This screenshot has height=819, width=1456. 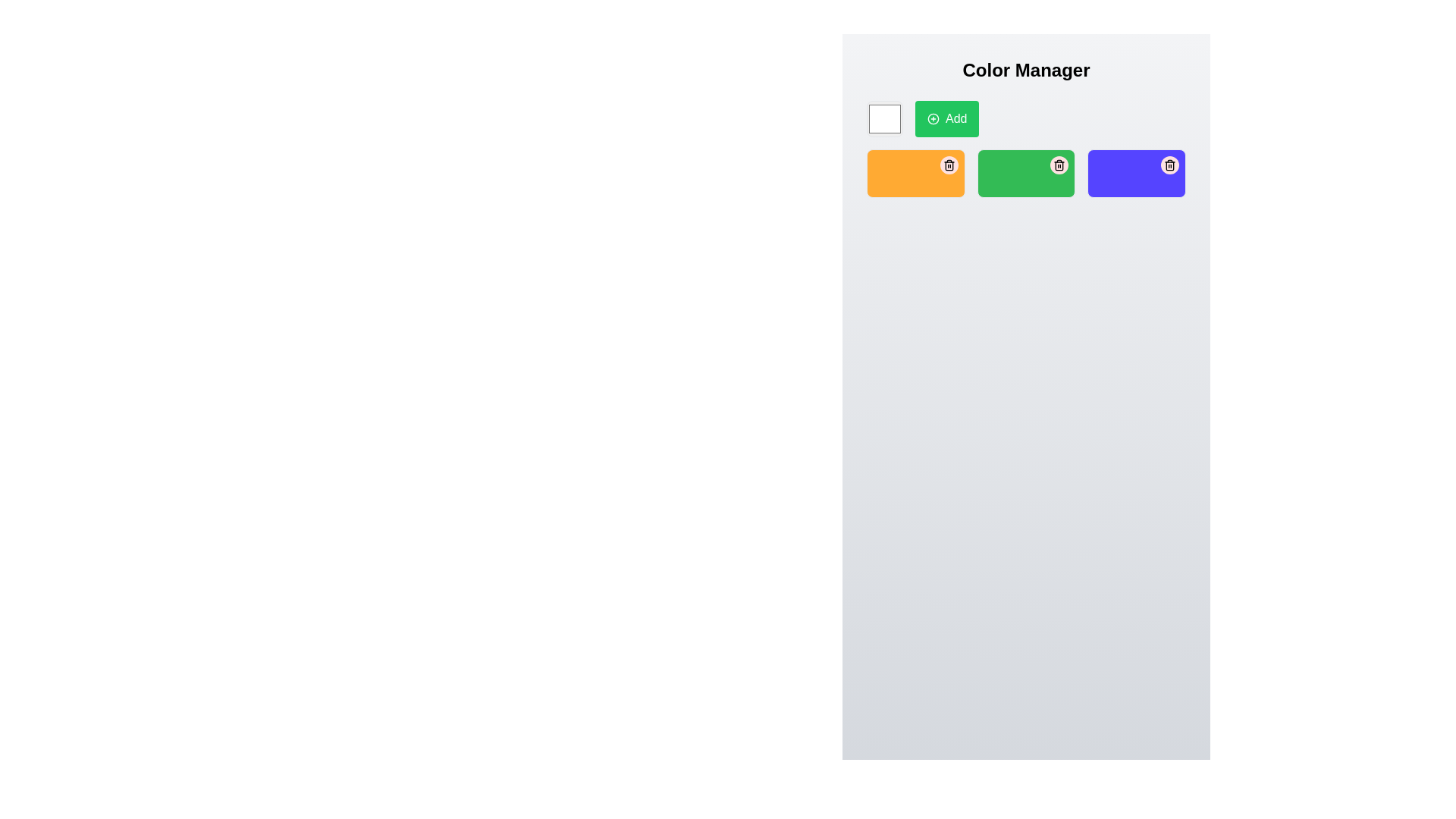 What do you see at coordinates (948, 165) in the screenshot?
I see `the trash bin icon located in the top-right corner of the button on the leftmost yellow rectangular card` at bounding box center [948, 165].